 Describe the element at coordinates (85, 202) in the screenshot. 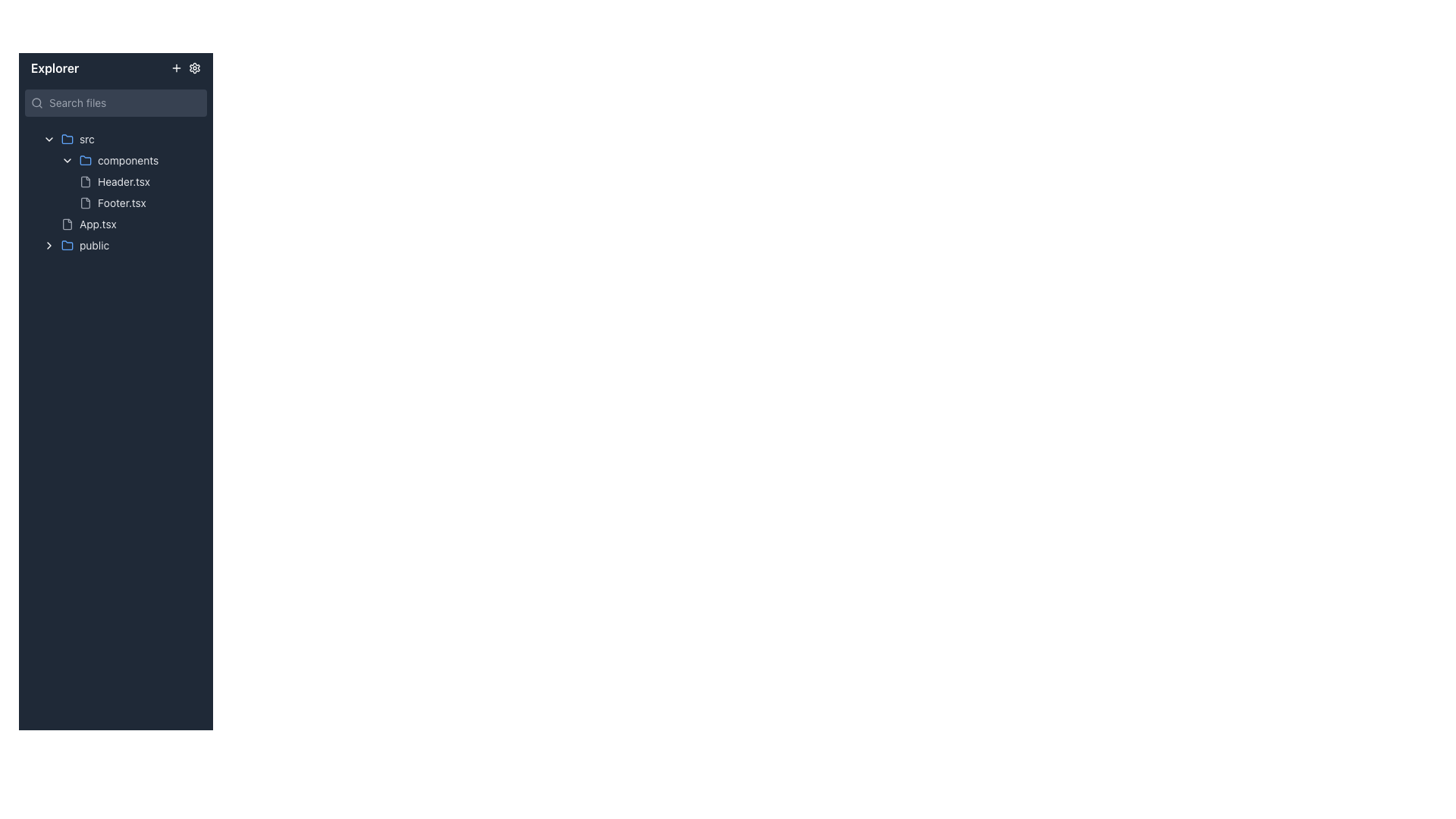

I see `the decorative icon representing the file type next to 'Footer.tsx'` at that location.